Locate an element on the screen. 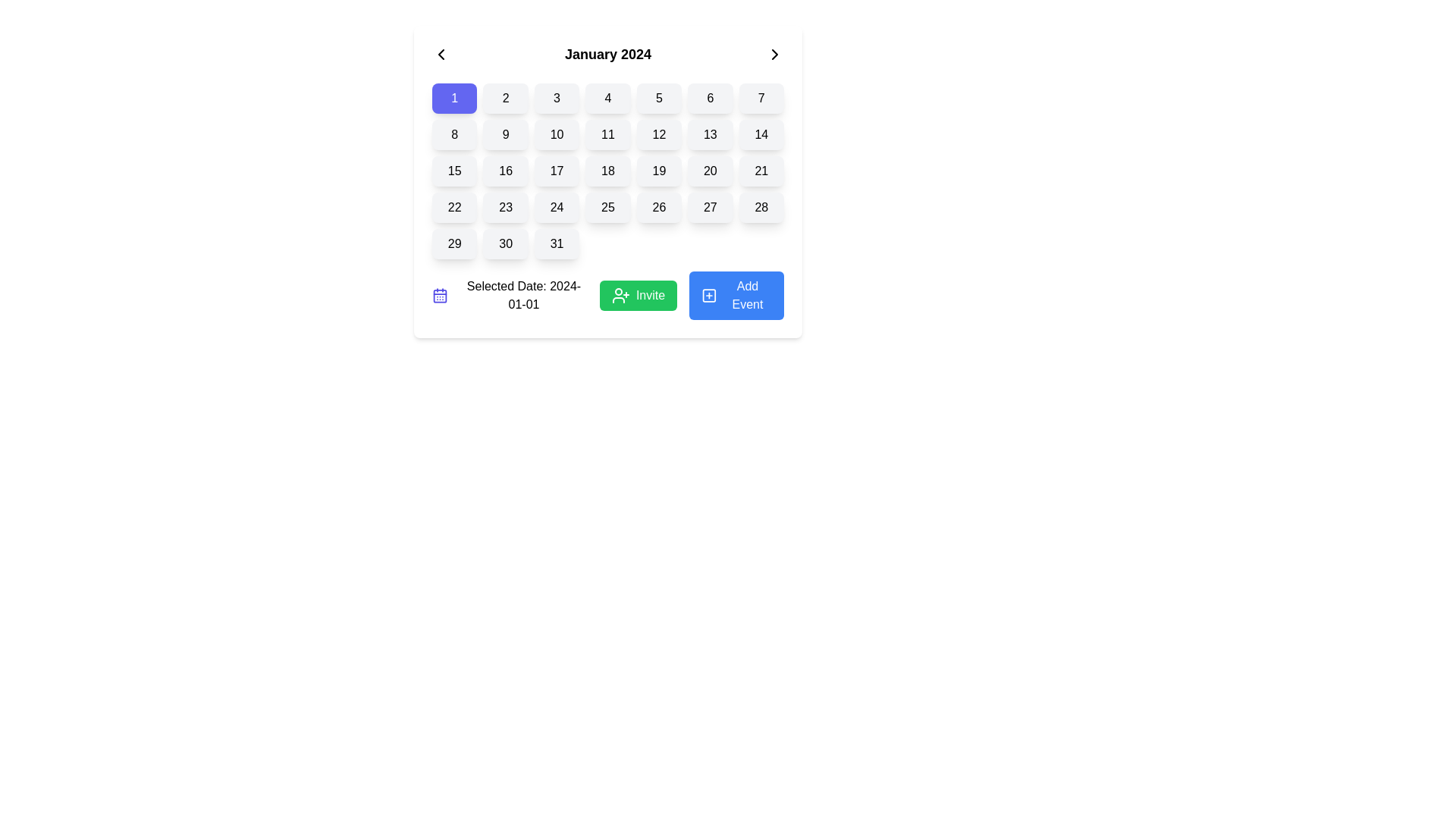  the rounded rectangular button with a purple background and white text displaying the number '1' is located at coordinates (453, 99).